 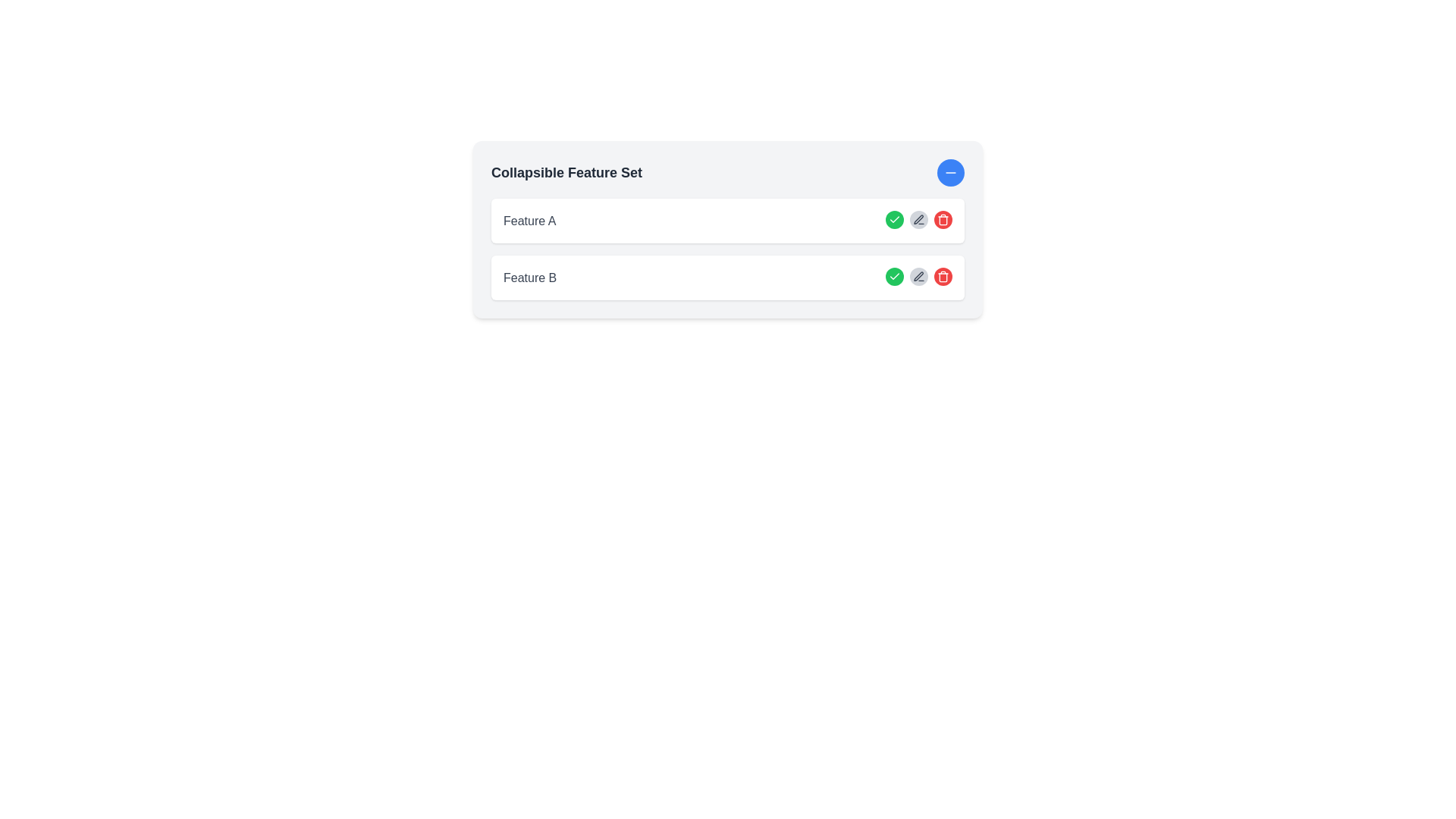 What do you see at coordinates (918, 219) in the screenshot?
I see `the circular button displaying a pen icon to initiate the edit action` at bounding box center [918, 219].